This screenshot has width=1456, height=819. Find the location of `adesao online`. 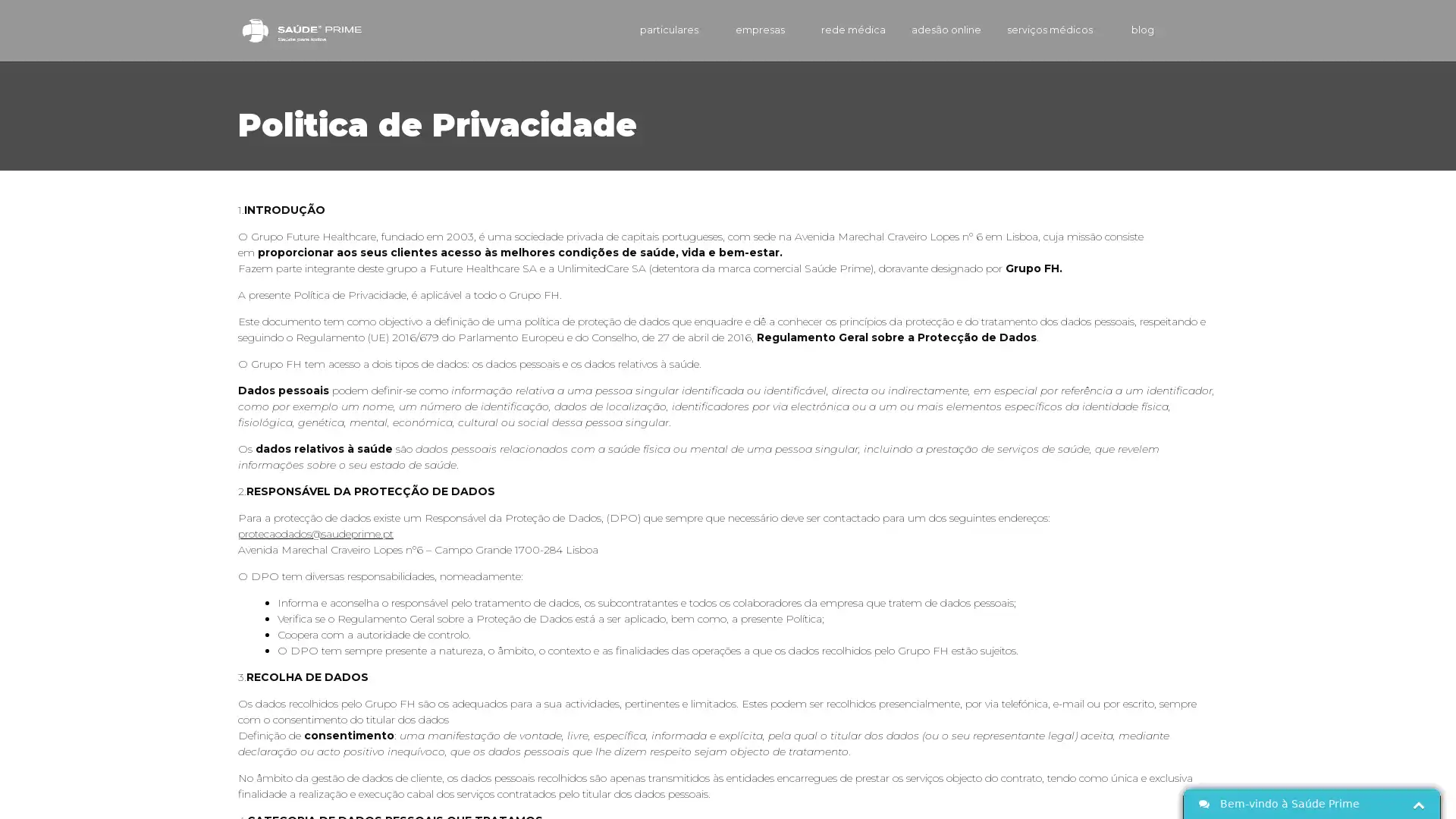

adesao online is located at coordinates (927, 30).